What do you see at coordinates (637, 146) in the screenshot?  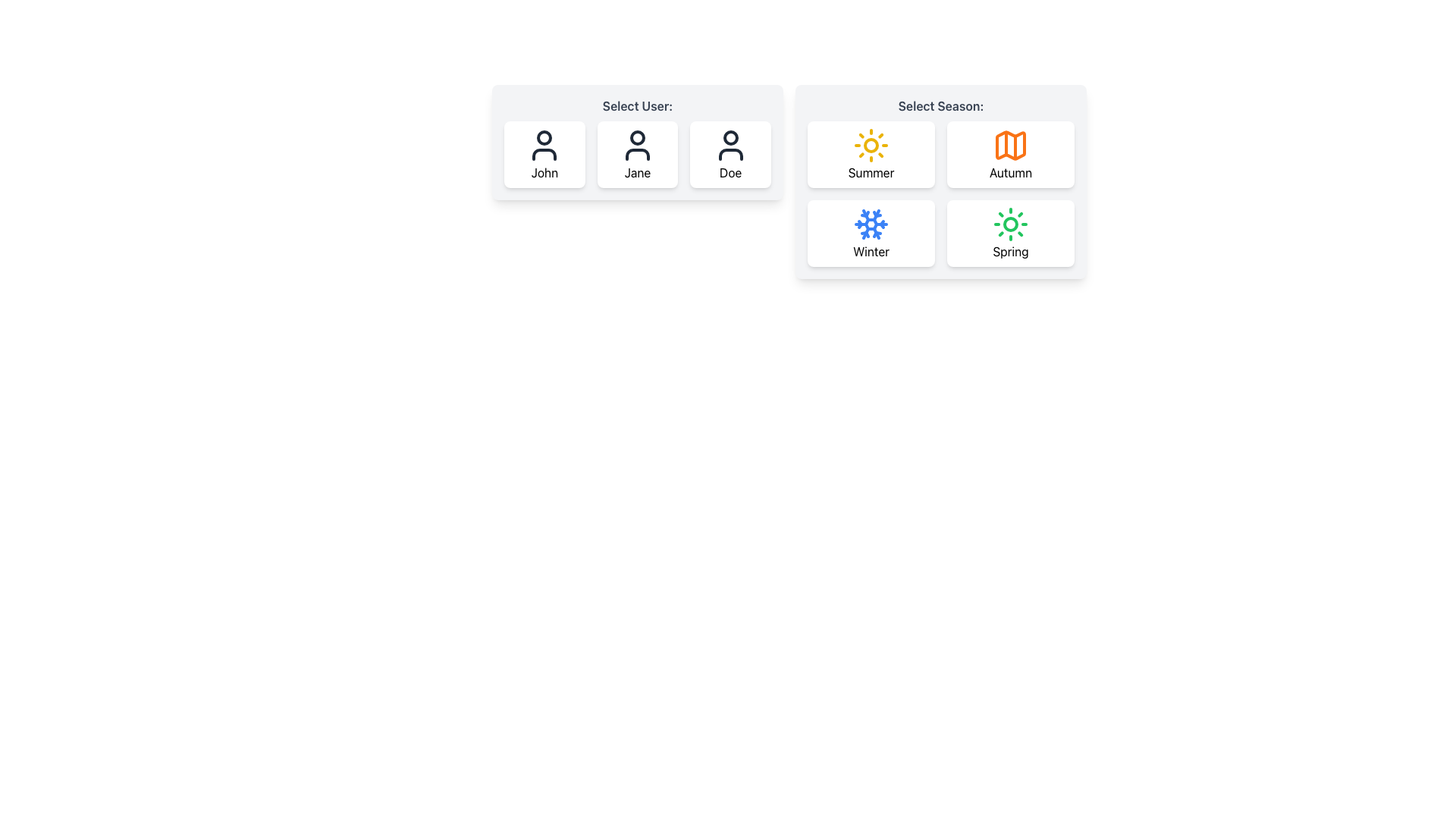 I see `the user identification icon representing 'Jane', which is centrally located above the 'Jane' label in the 'Select User' section` at bounding box center [637, 146].